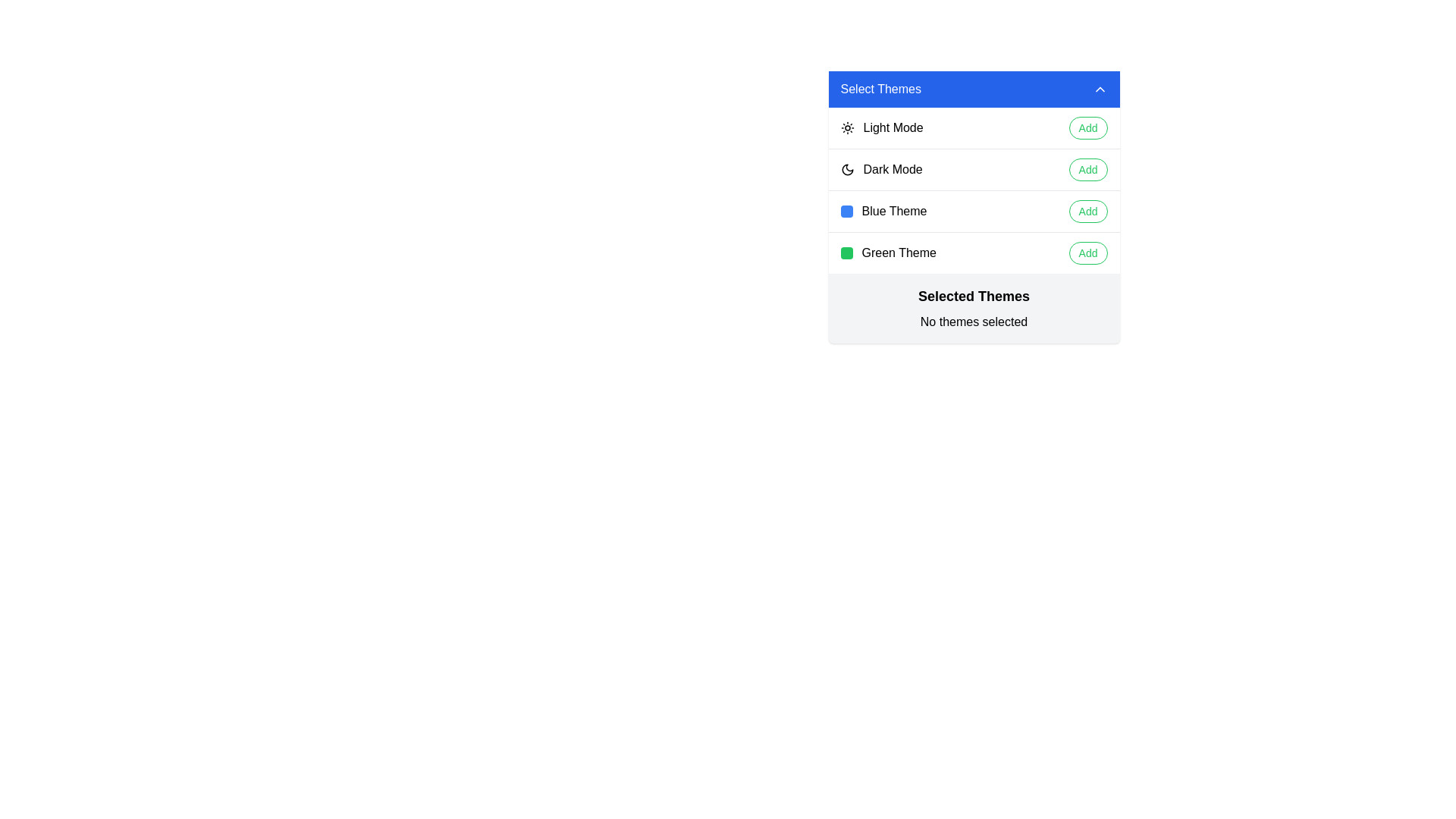 Image resolution: width=1456 pixels, height=819 pixels. I want to click on the button to add the 'Blue Theme' located in the 'Select Themes' section, which is positioned towards the right side of the row labeled 'Blue Theme', so click(1087, 211).